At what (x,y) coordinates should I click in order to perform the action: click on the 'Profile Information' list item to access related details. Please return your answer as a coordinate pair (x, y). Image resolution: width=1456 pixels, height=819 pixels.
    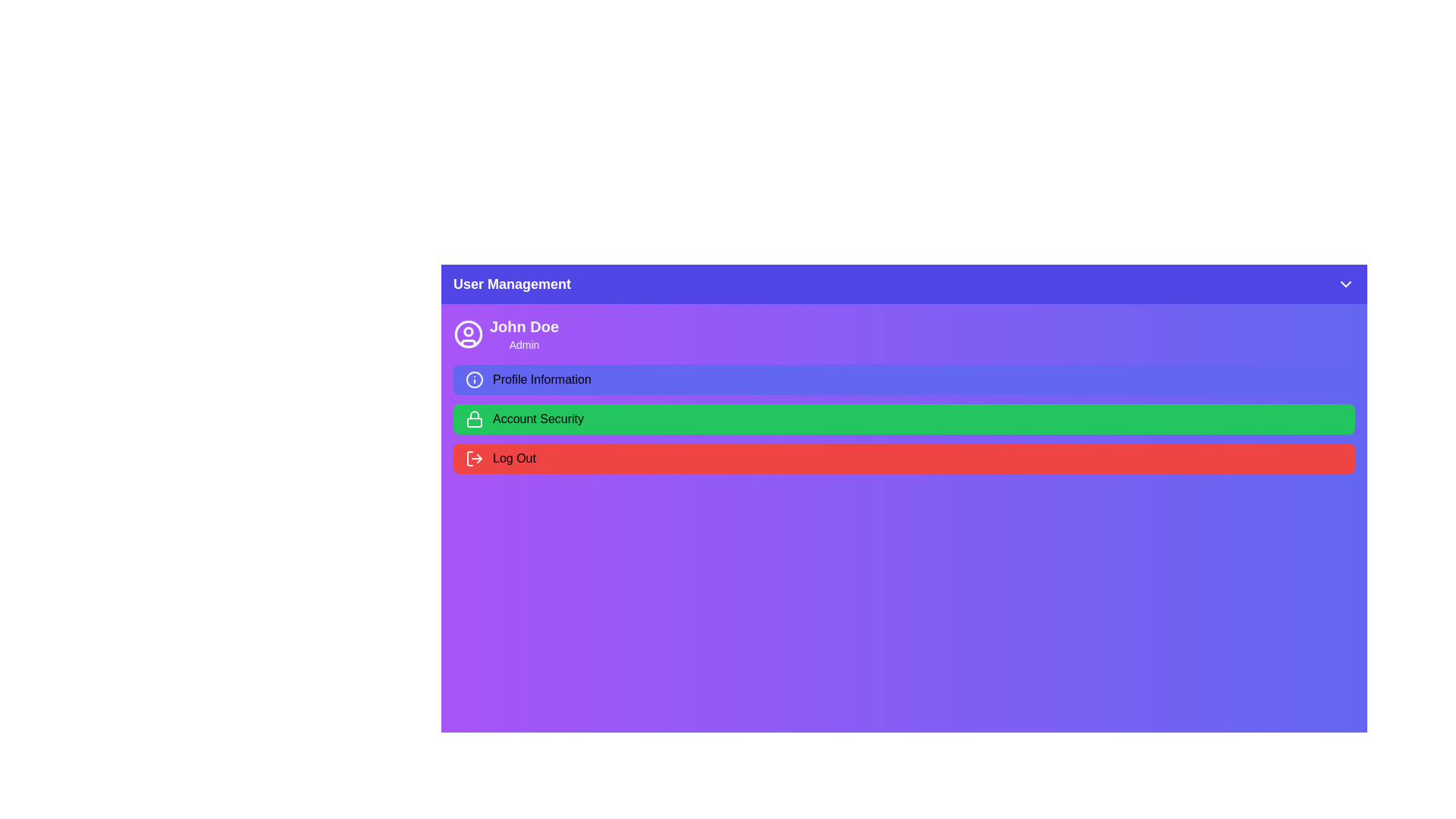
    Looking at the image, I should click on (904, 379).